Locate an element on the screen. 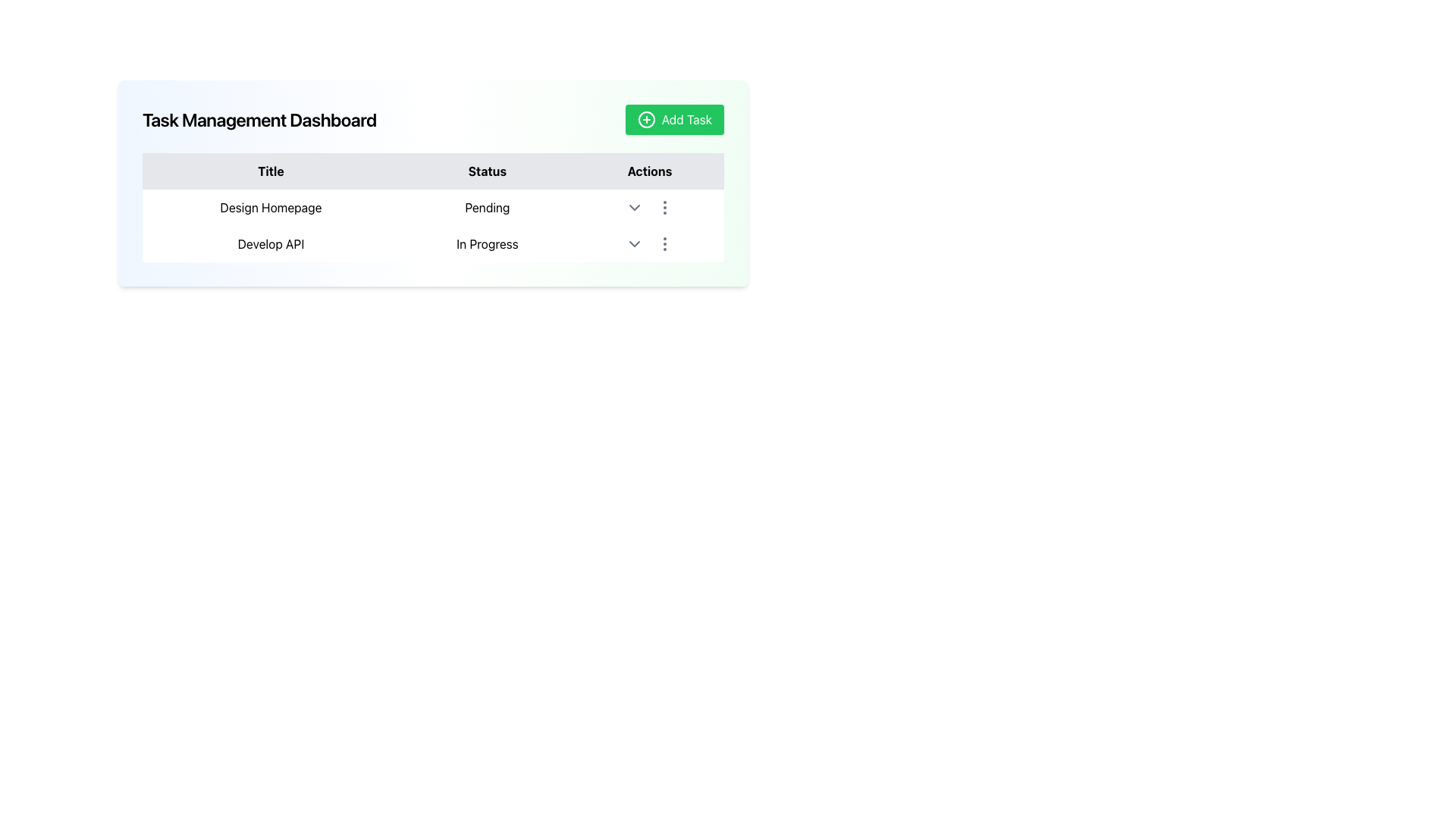 This screenshot has width=1456, height=819. the cluster of three vertical dots in the Actions column of the task management dashboard for additional actions is located at coordinates (649, 207).